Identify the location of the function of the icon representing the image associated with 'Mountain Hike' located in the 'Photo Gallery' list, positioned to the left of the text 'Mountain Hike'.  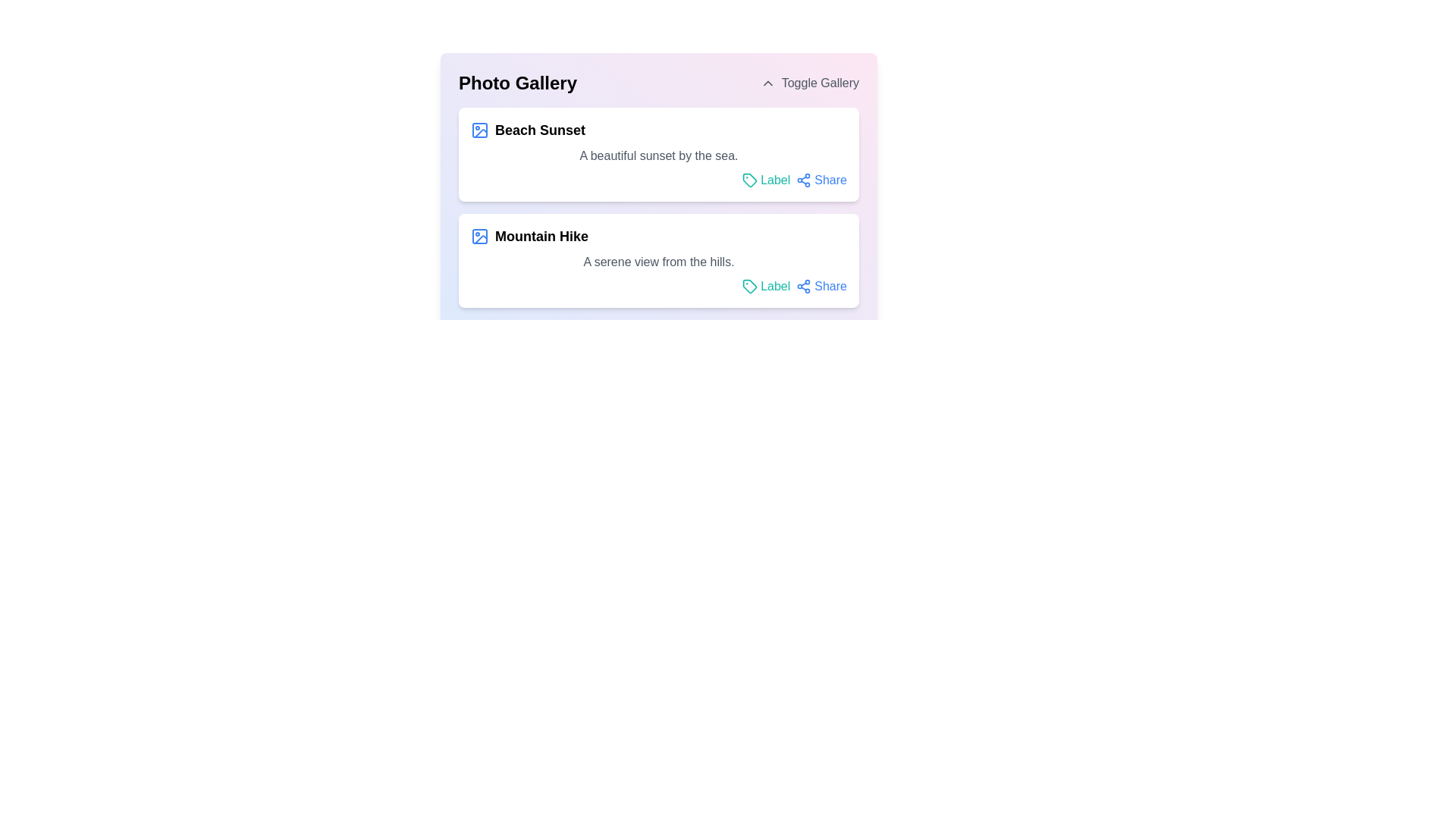
(479, 237).